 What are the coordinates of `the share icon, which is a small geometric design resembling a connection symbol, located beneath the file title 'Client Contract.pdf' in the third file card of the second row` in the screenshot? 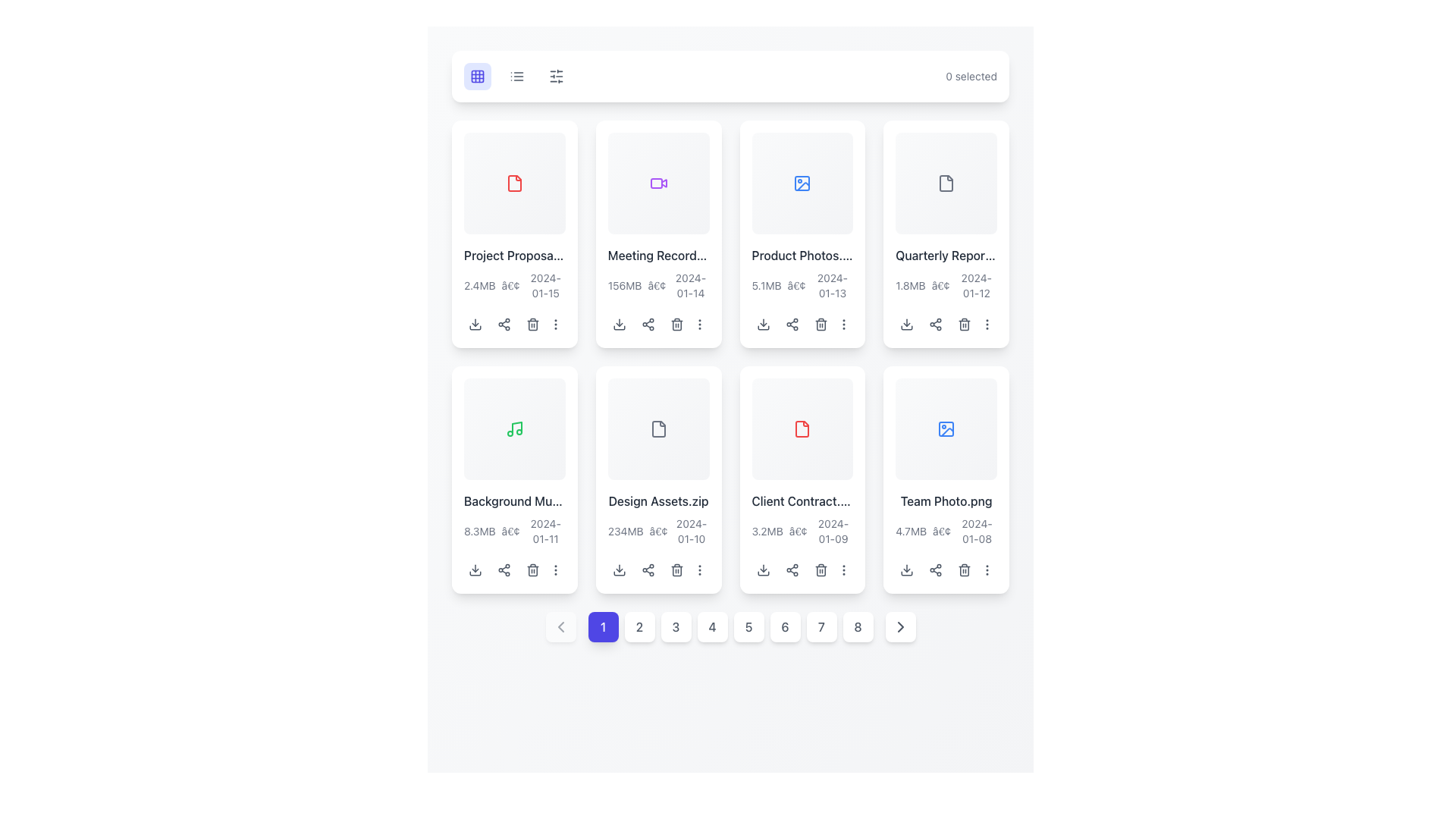 It's located at (791, 570).